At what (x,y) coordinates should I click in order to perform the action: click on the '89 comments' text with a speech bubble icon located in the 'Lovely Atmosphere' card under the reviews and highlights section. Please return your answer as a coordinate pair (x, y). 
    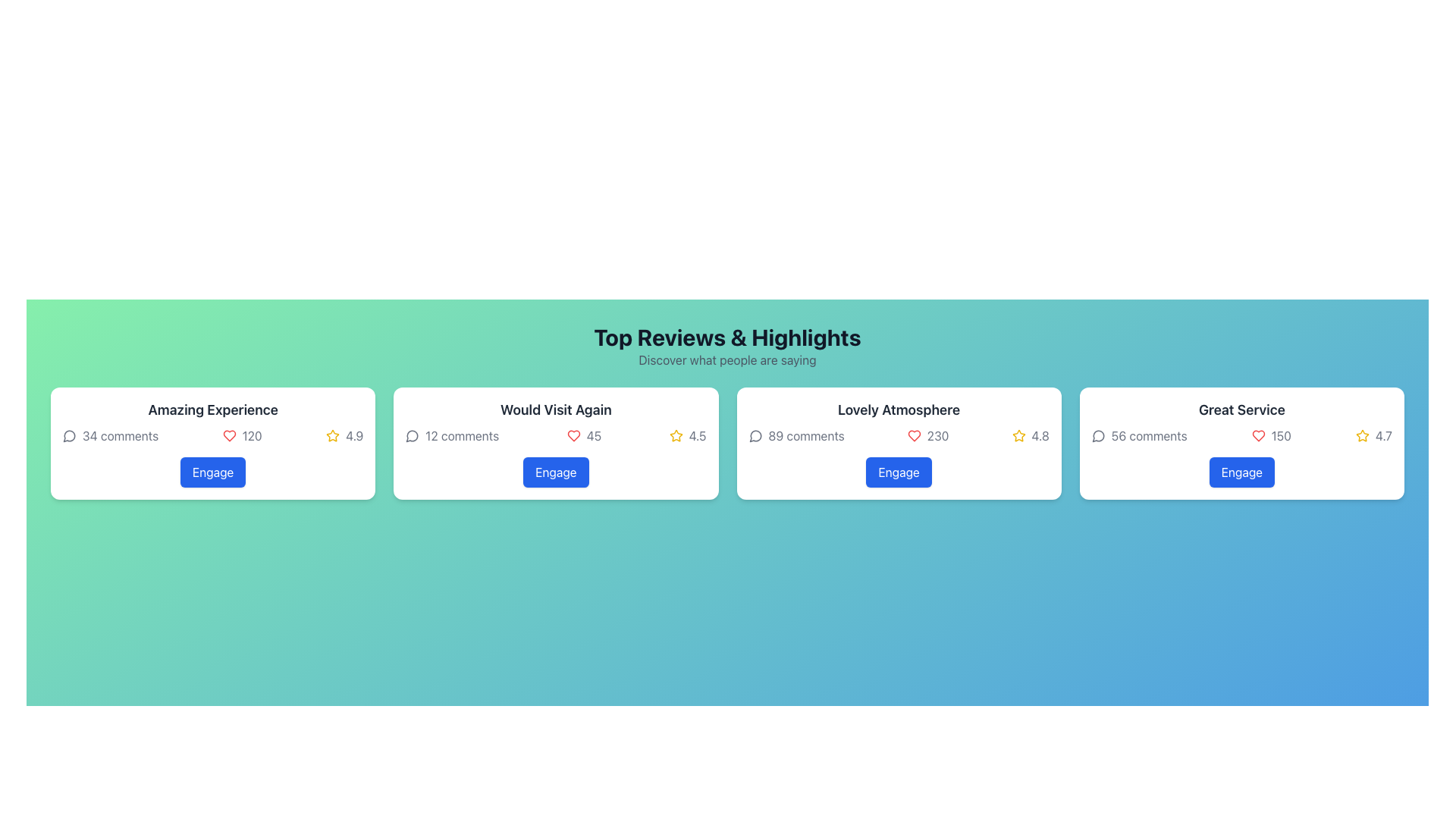
    Looking at the image, I should click on (795, 435).